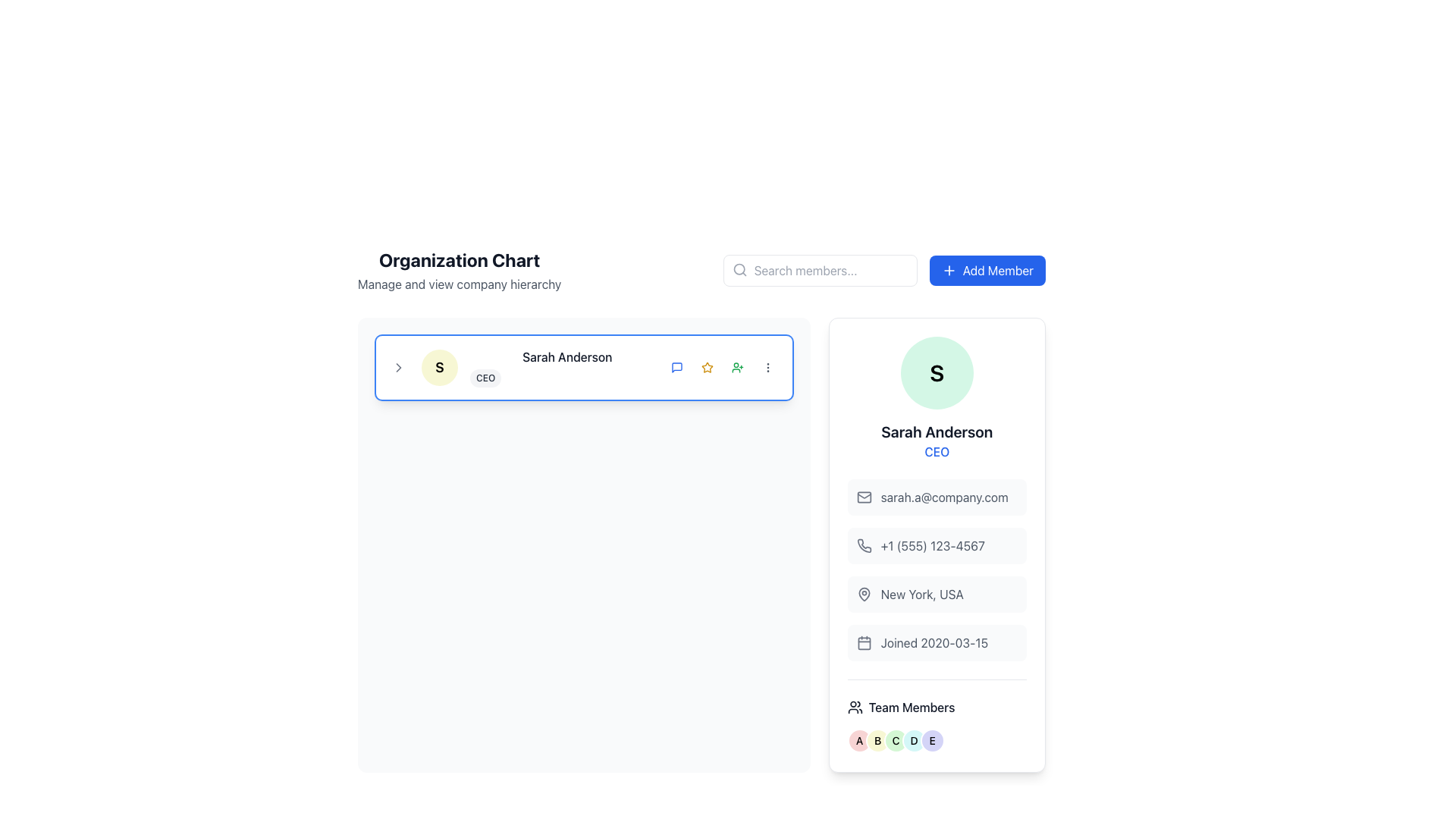 This screenshot has height=819, width=1456. I want to click on the second badge in the horizontal series of five, which visually represents a team member's initial or identifier, located in the 'Team Members' section near the bottom-right corner of the interface, so click(877, 739).